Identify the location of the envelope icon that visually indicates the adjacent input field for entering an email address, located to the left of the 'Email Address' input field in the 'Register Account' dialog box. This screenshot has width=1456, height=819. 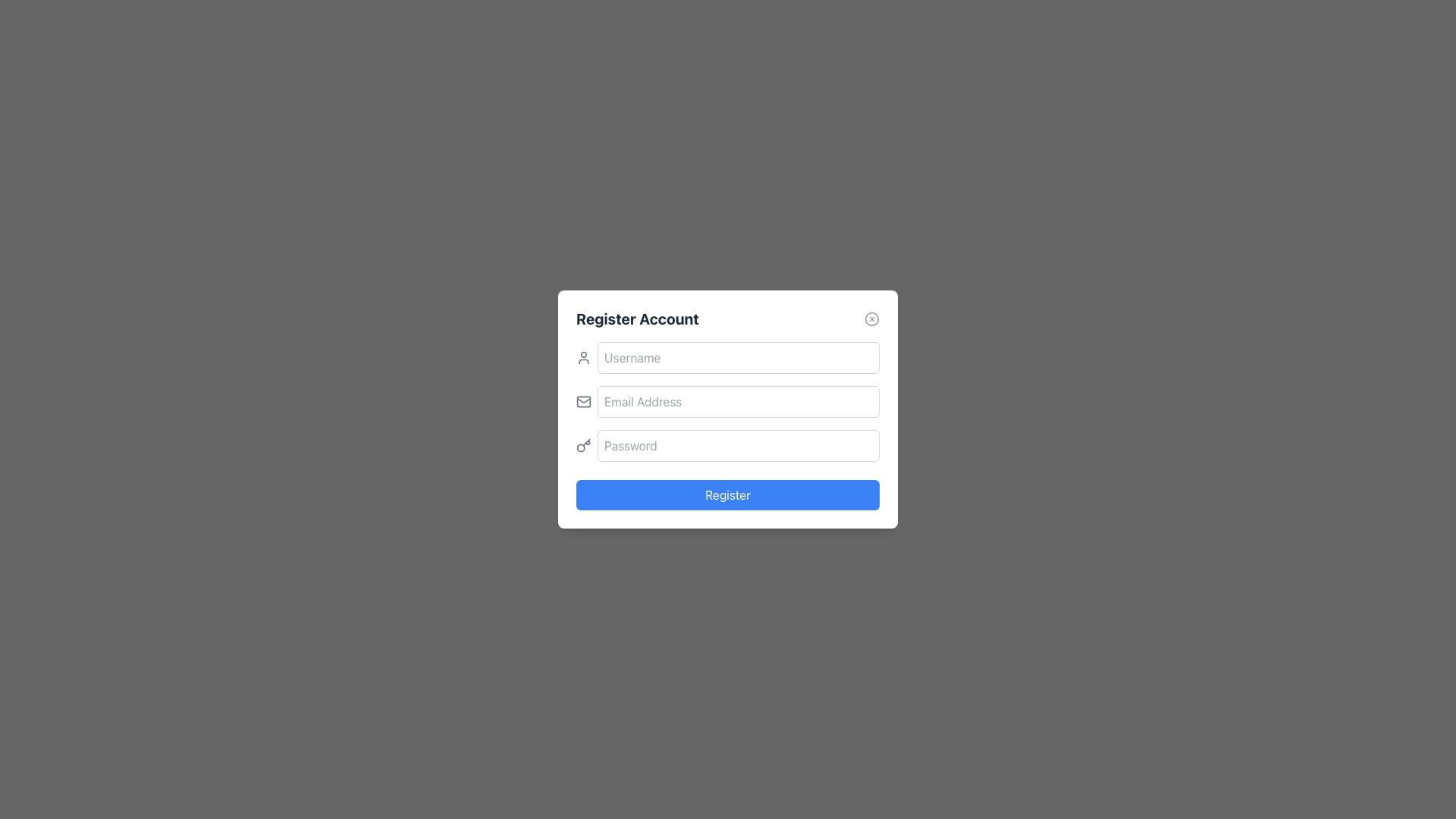
(582, 400).